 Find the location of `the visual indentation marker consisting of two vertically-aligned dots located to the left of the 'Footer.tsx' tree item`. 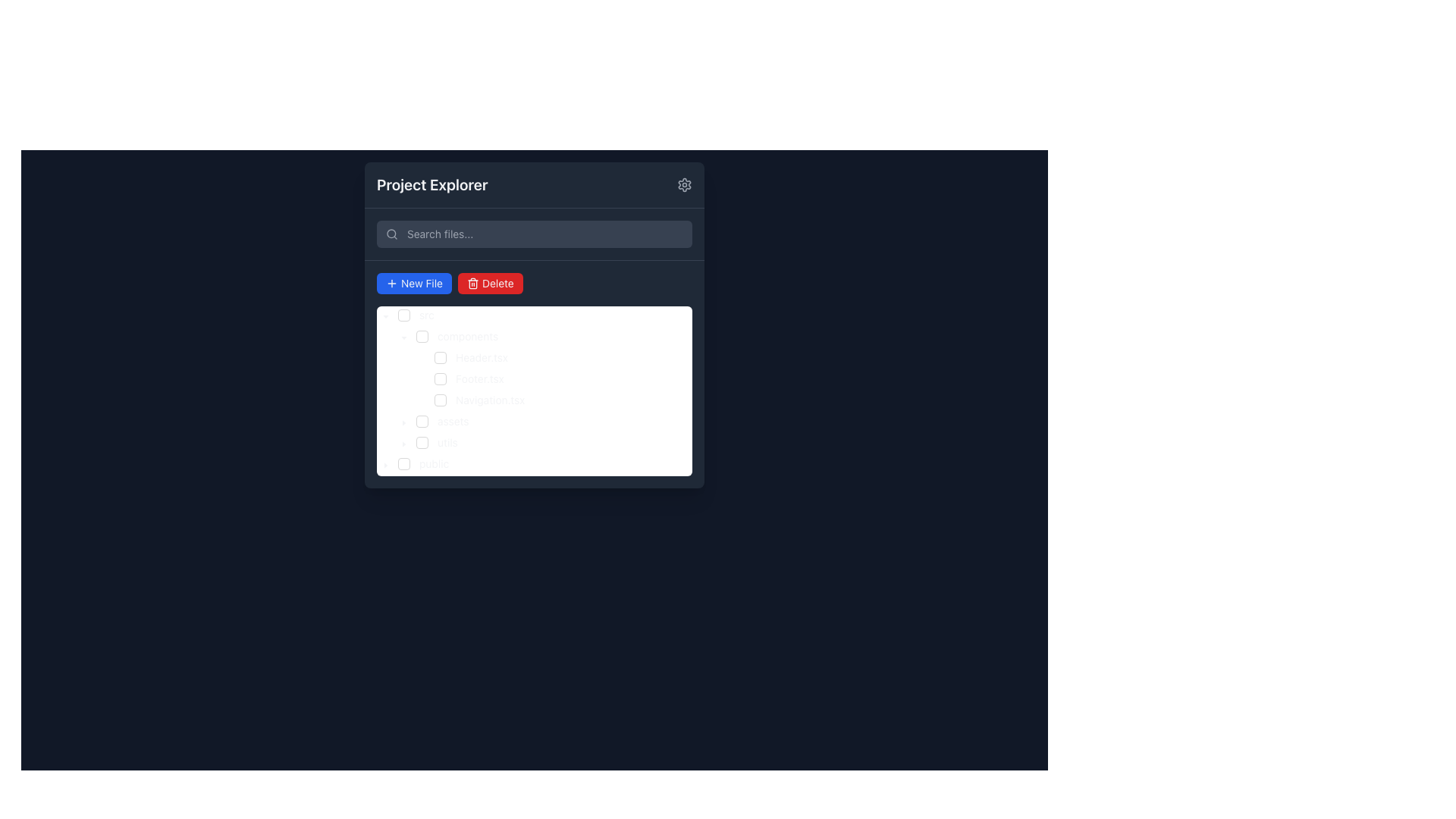

the visual indentation marker consisting of two vertically-aligned dots located to the left of the 'Footer.tsx' tree item is located at coordinates (395, 378).